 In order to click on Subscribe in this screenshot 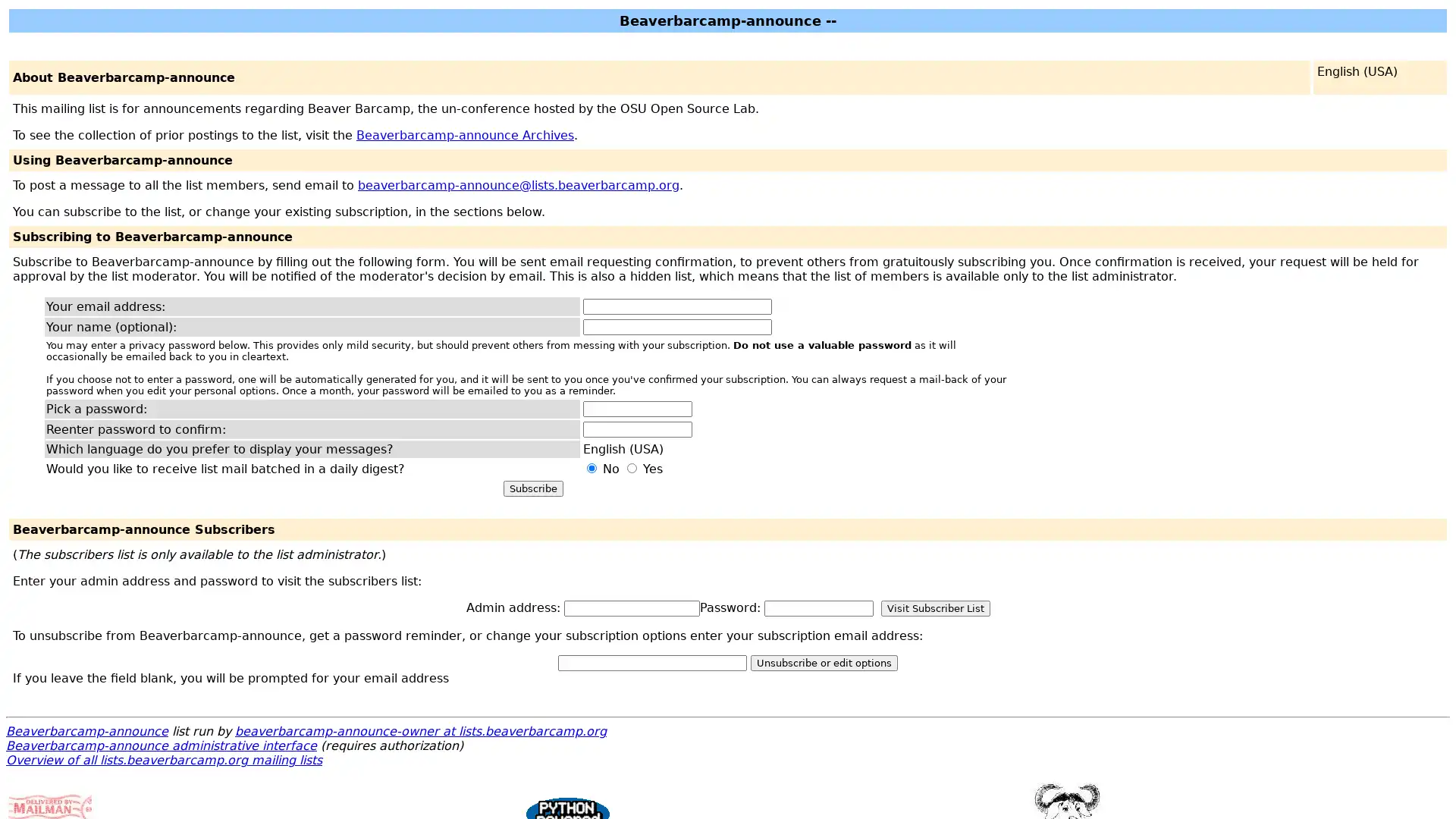, I will do `click(532, 488)`.